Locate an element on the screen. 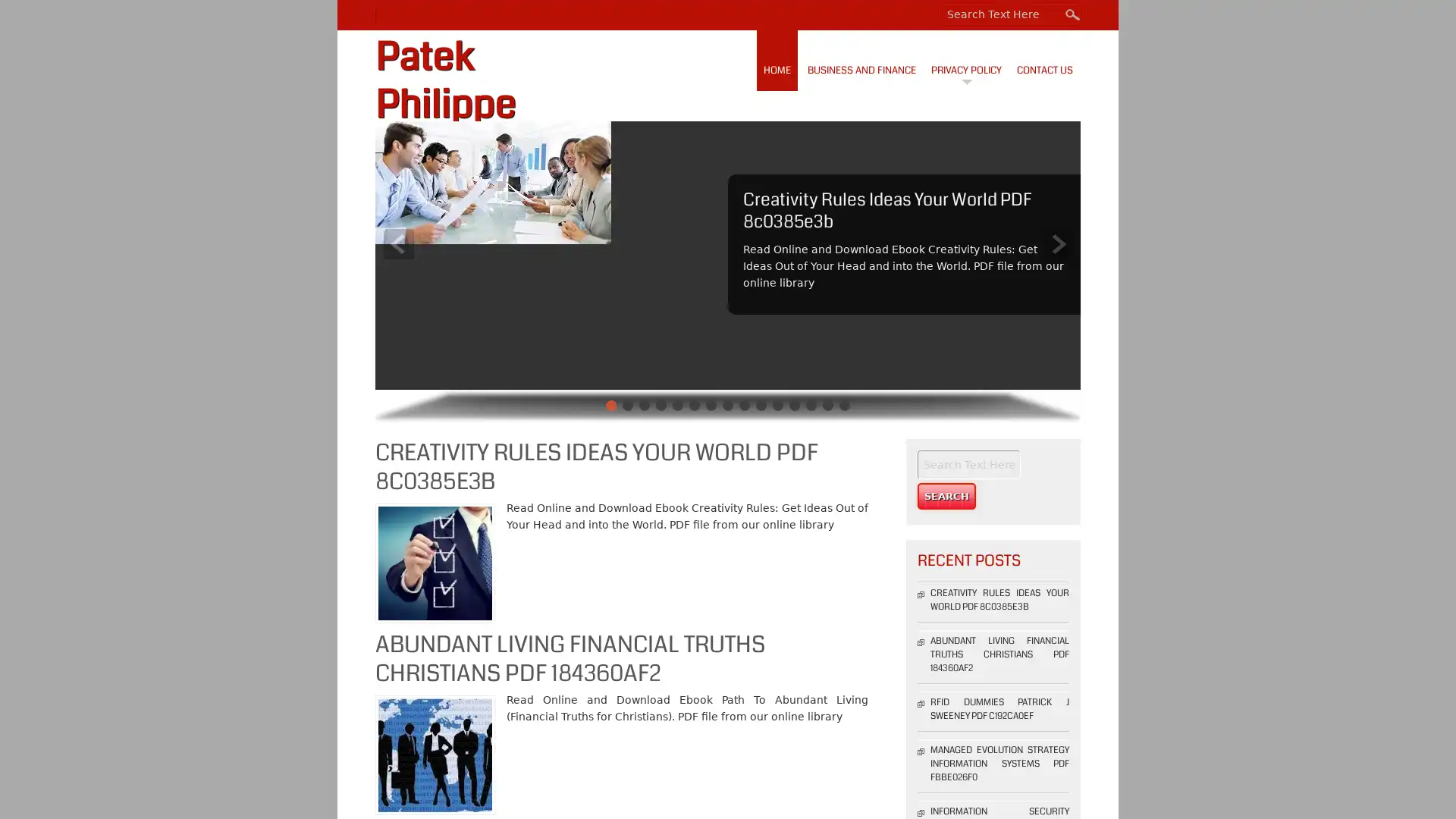 The height and width of the screenshot is (819, 1456). Search is located at coordinates (946, 496).